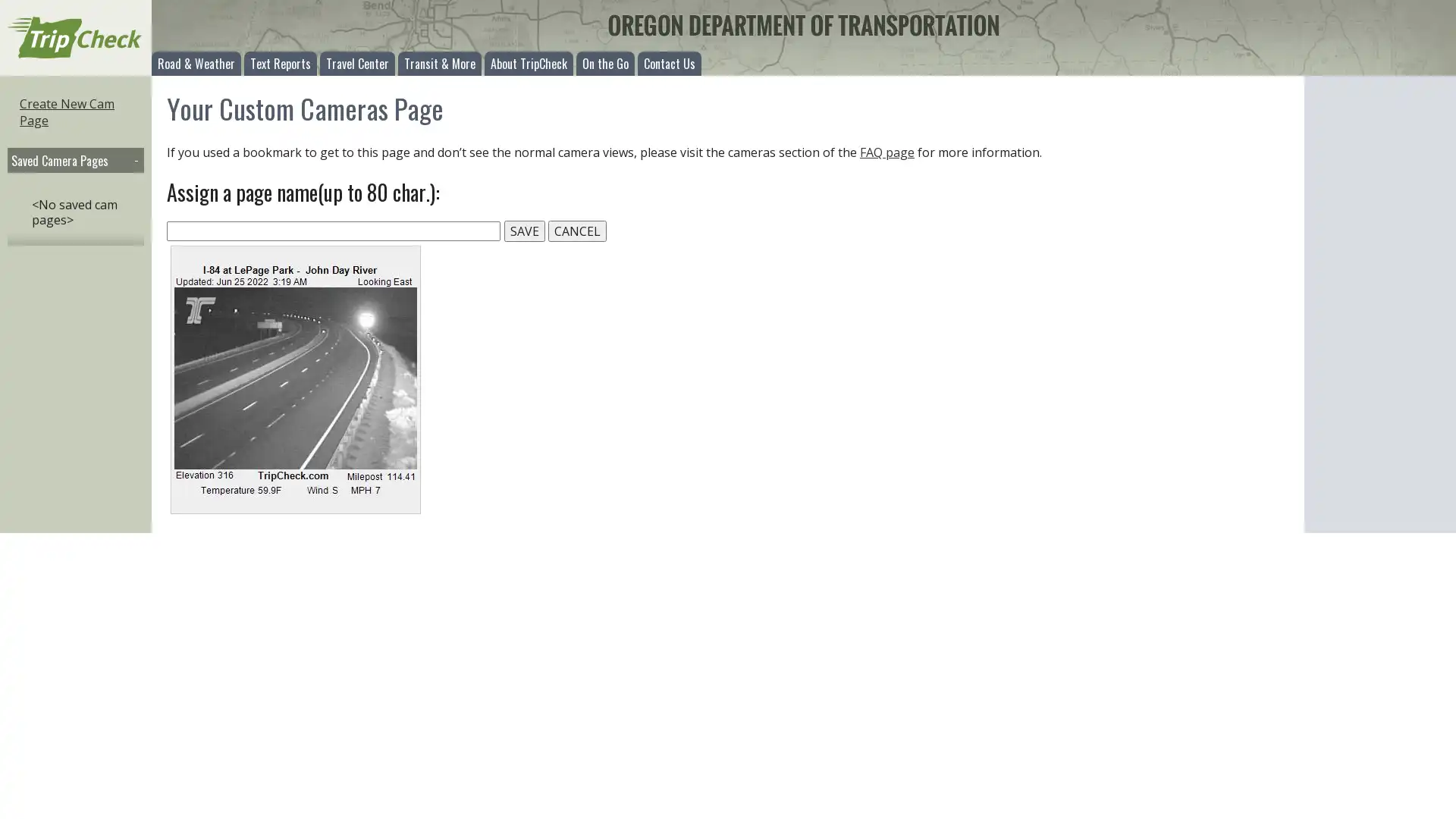  I want to click on CANCEL, so click(576, 231).